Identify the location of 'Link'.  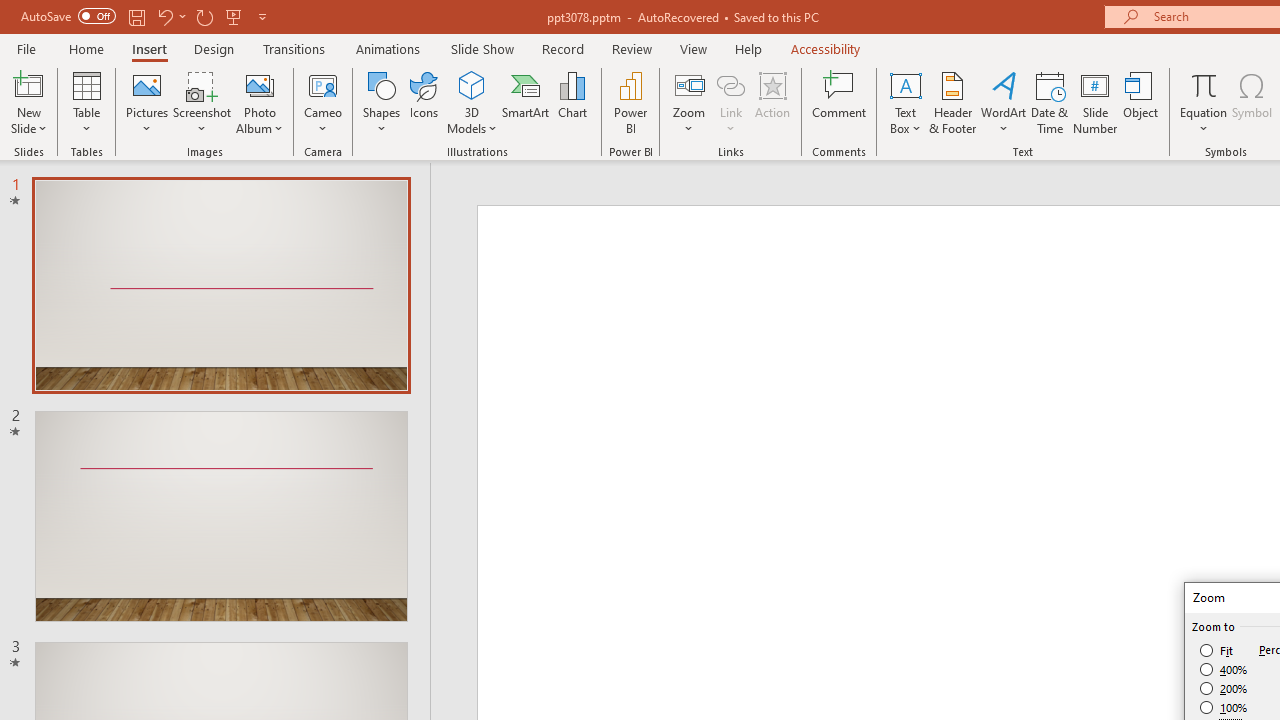
(730, 84).